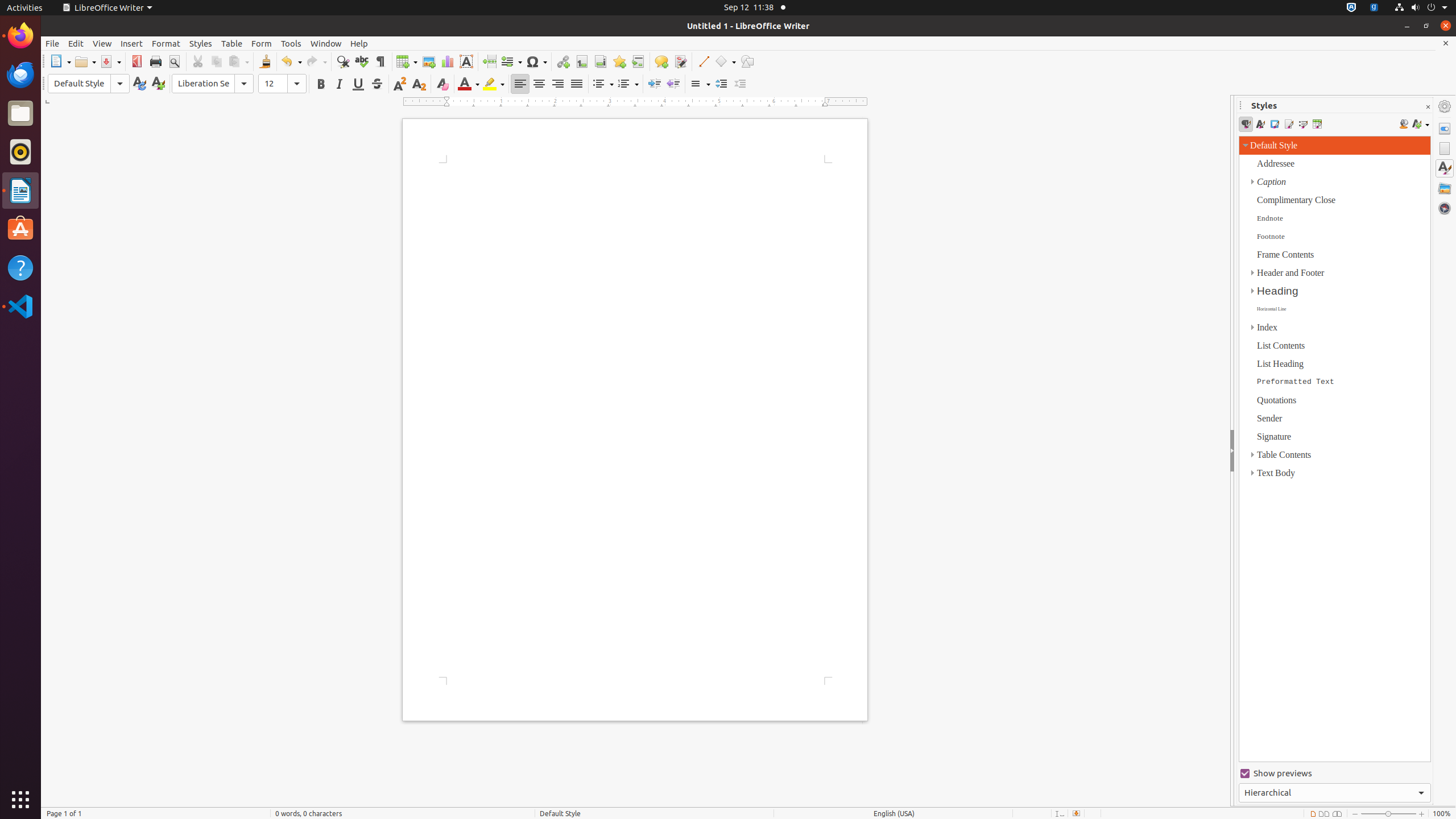 This screenshot has width=1456, height=819. I want to click on 'Update', so click(139, 83).